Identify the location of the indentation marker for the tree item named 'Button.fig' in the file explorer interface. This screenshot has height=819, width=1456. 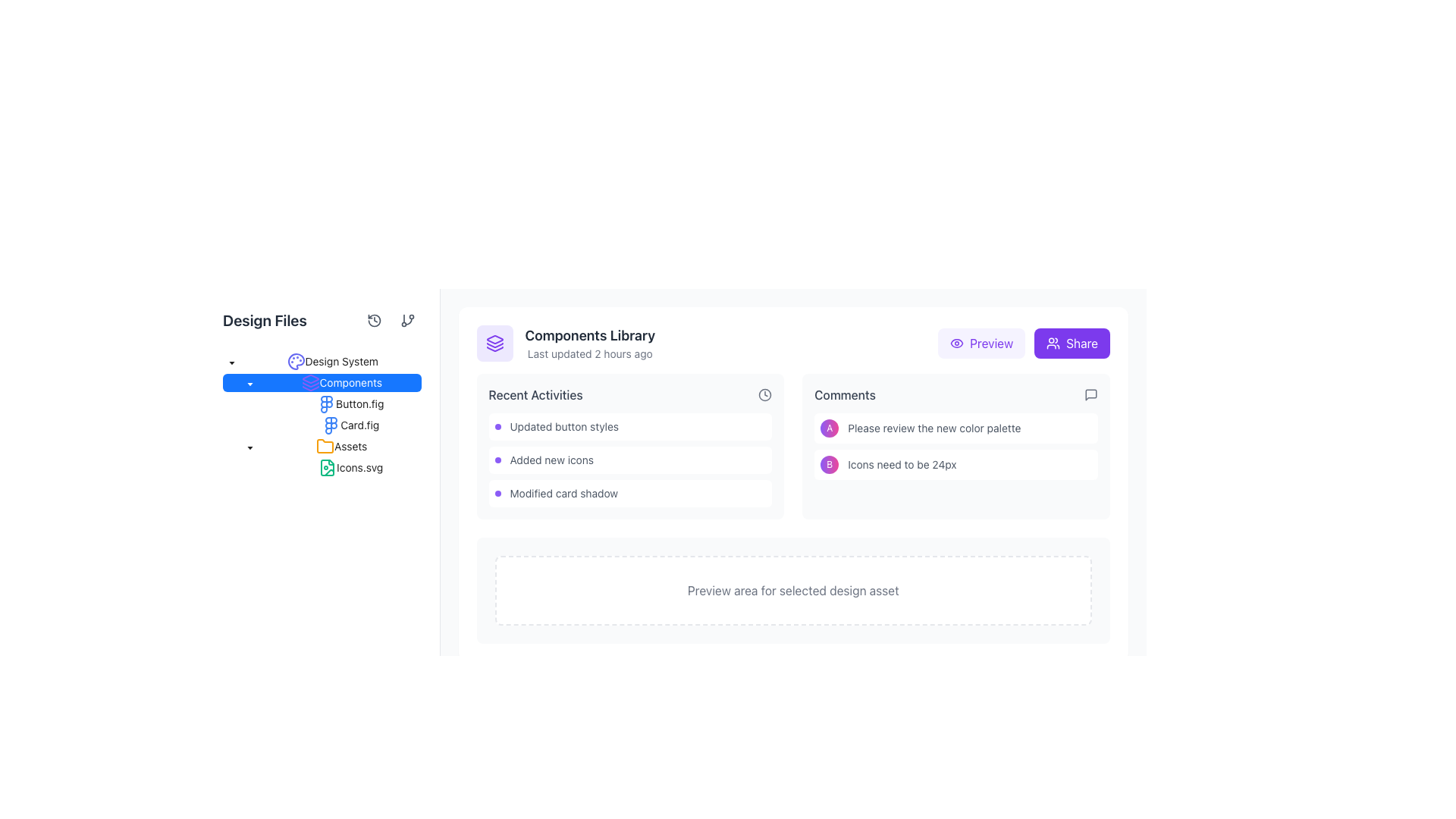
(240, 403).